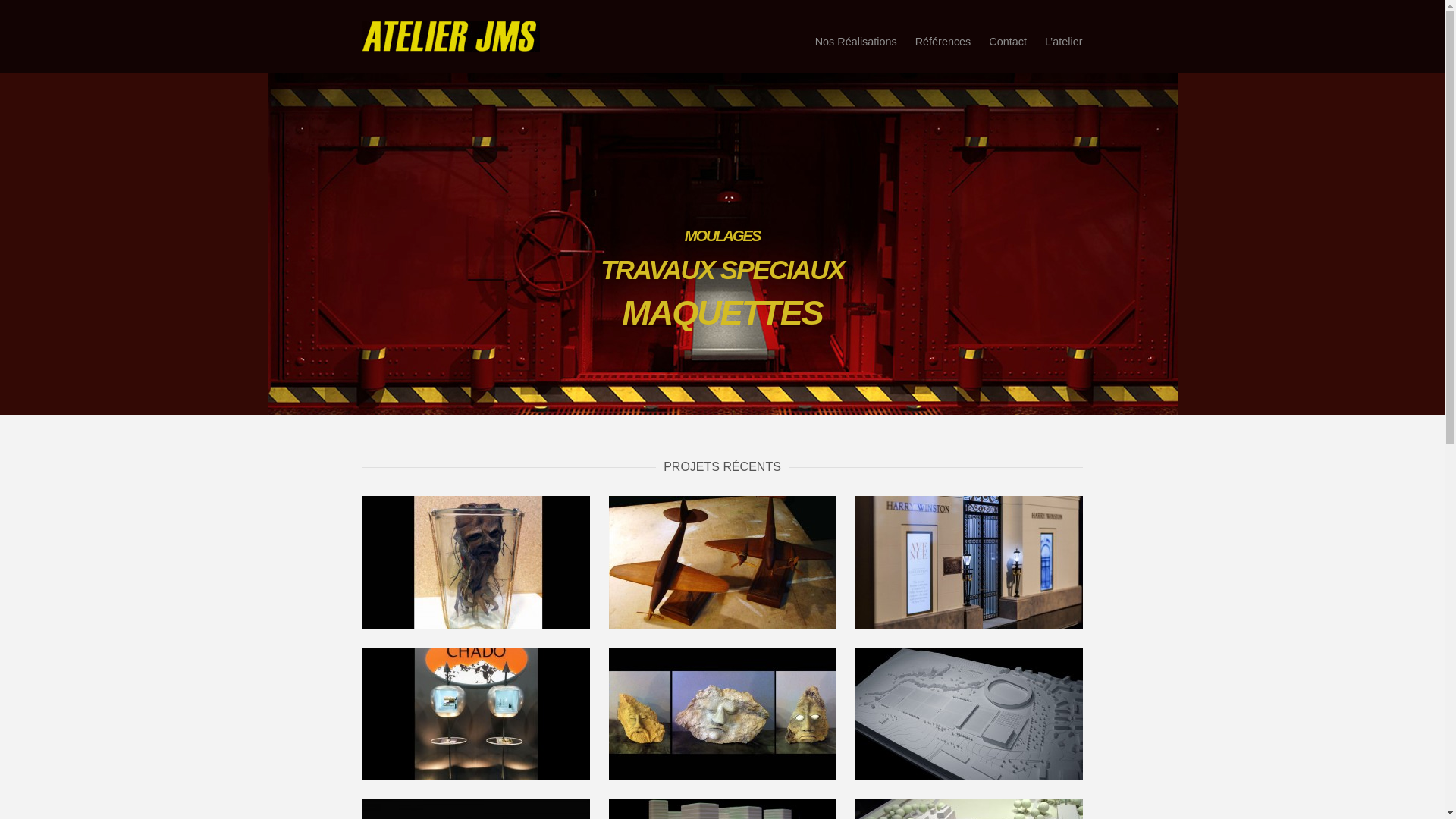 The width and height of the screenshot is (1456, 819). Describe the element at coordinates (622, 312) in the screenshot. I see `'MAQUETTES'` at that location.